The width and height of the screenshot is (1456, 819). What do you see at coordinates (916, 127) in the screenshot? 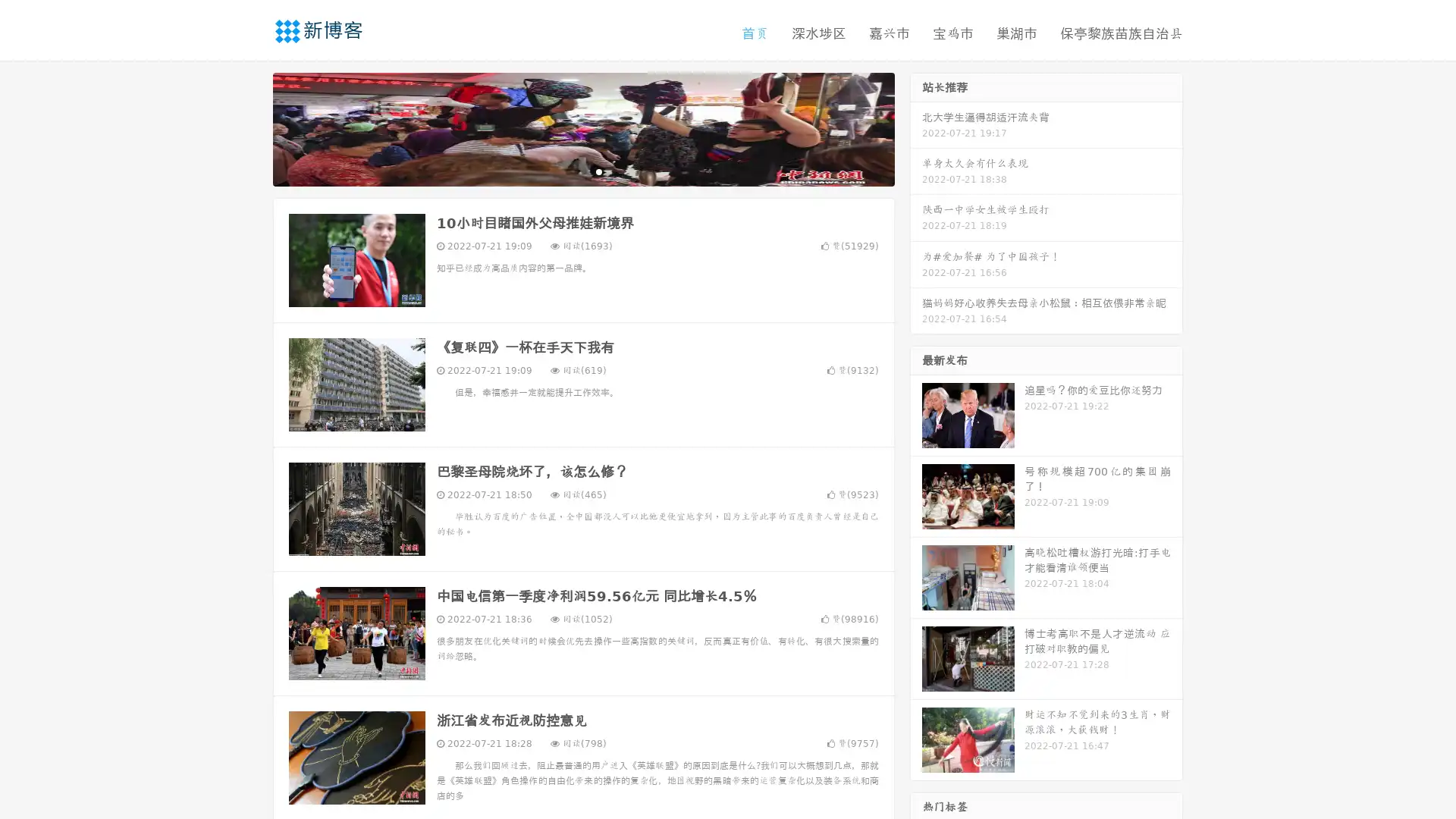
I see `Next slide` at bounding box center [916, 127].